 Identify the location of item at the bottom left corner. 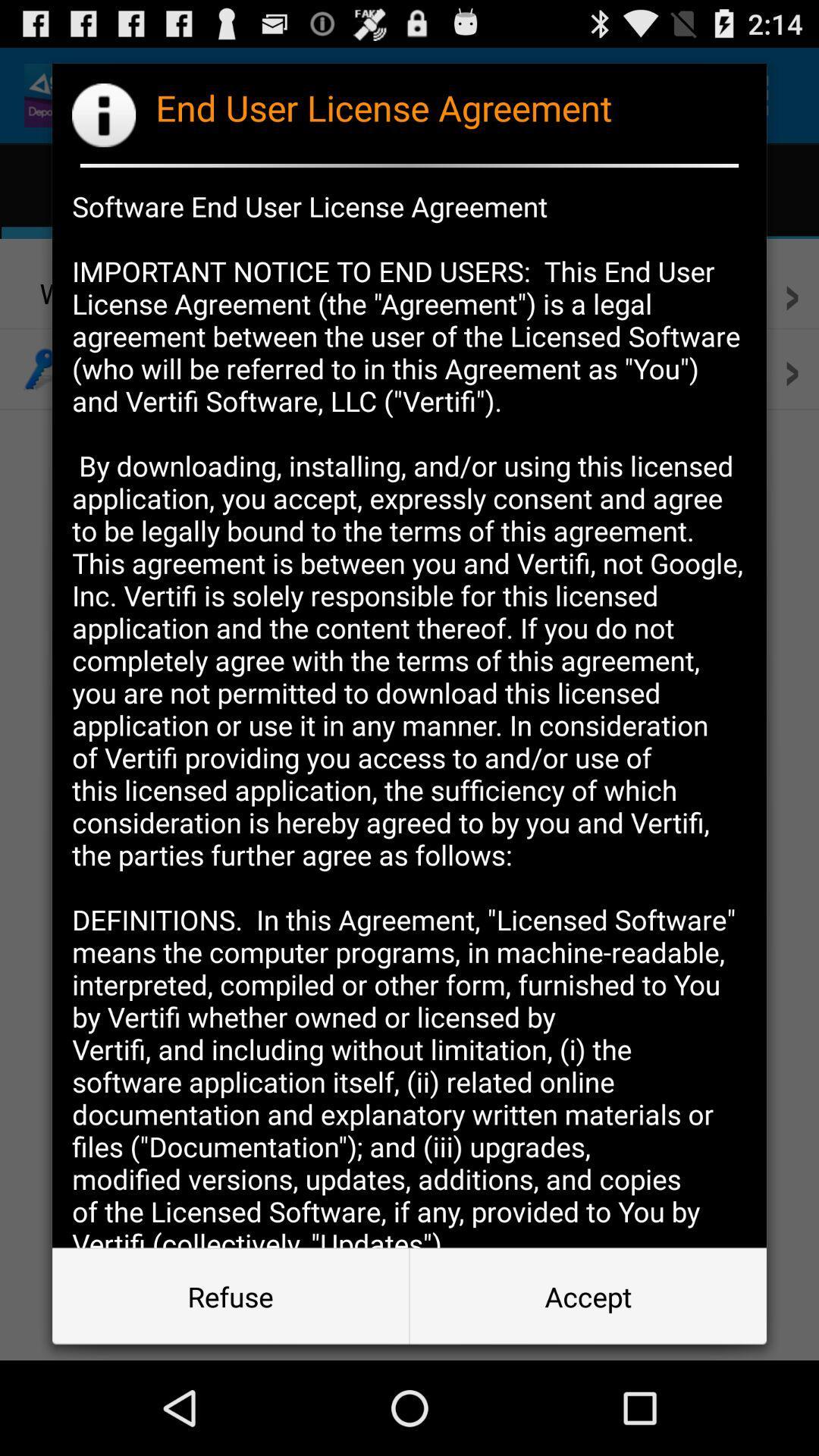
(231, 1295).